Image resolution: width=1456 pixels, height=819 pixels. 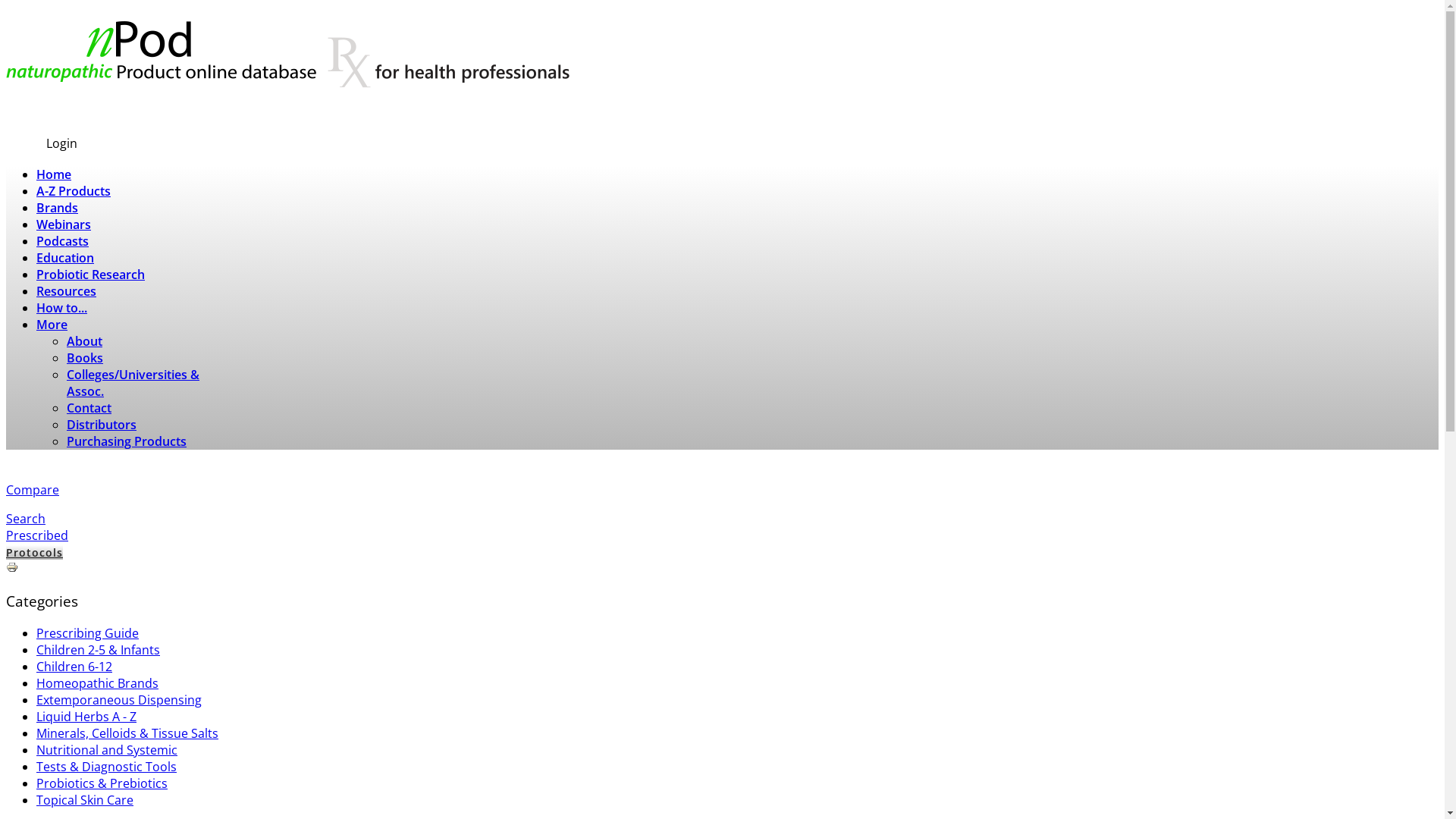 What do you see at coordinates (61, 307) in the screenshot?
I see `'How to...'` at bounding box center [61, 307].